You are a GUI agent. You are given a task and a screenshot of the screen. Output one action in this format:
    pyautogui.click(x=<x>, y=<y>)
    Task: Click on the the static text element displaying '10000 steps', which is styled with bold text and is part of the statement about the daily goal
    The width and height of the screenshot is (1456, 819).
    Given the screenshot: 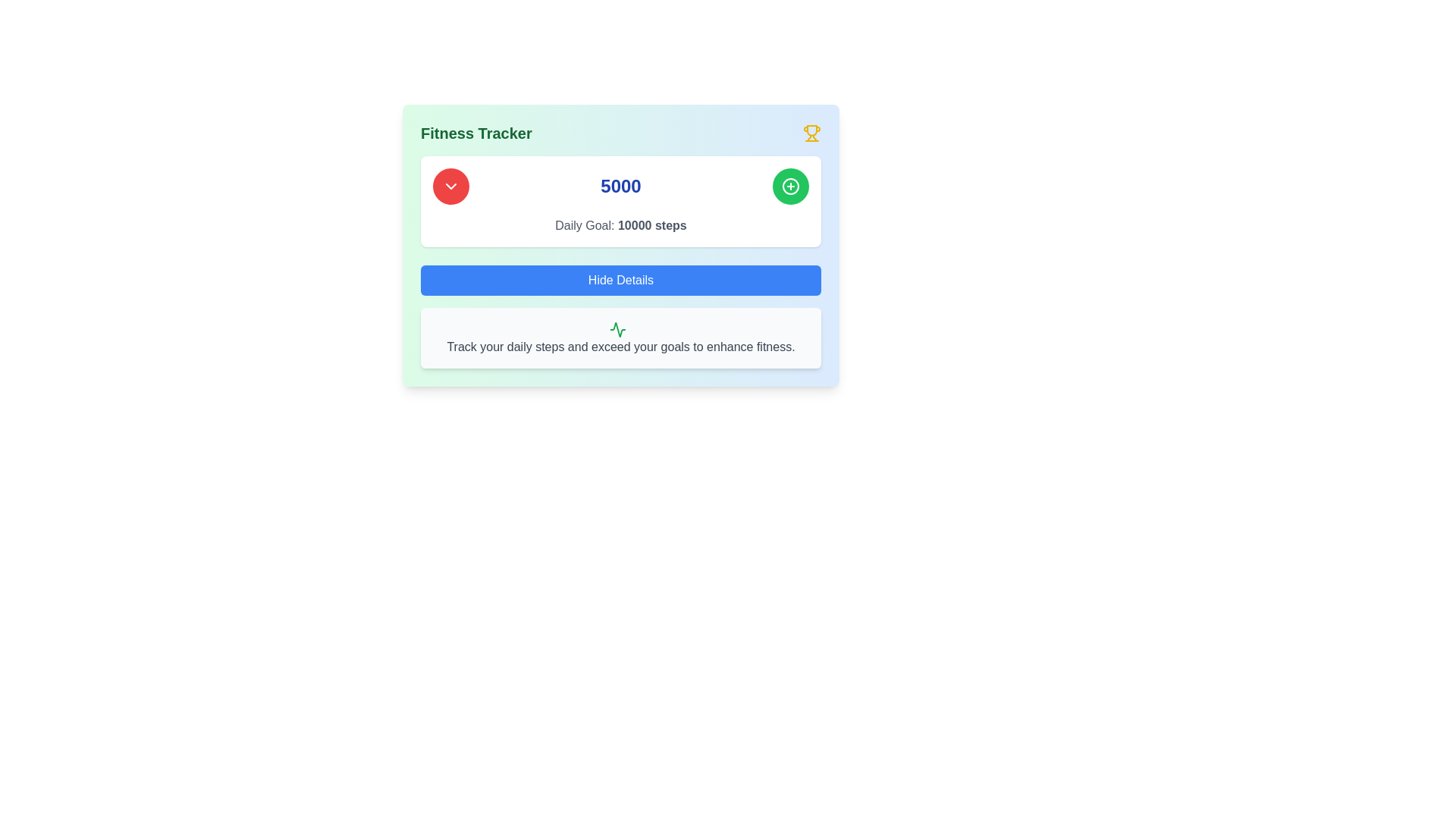 What is the action you would take?
    pyautogui.click(x=652, y=225)
    